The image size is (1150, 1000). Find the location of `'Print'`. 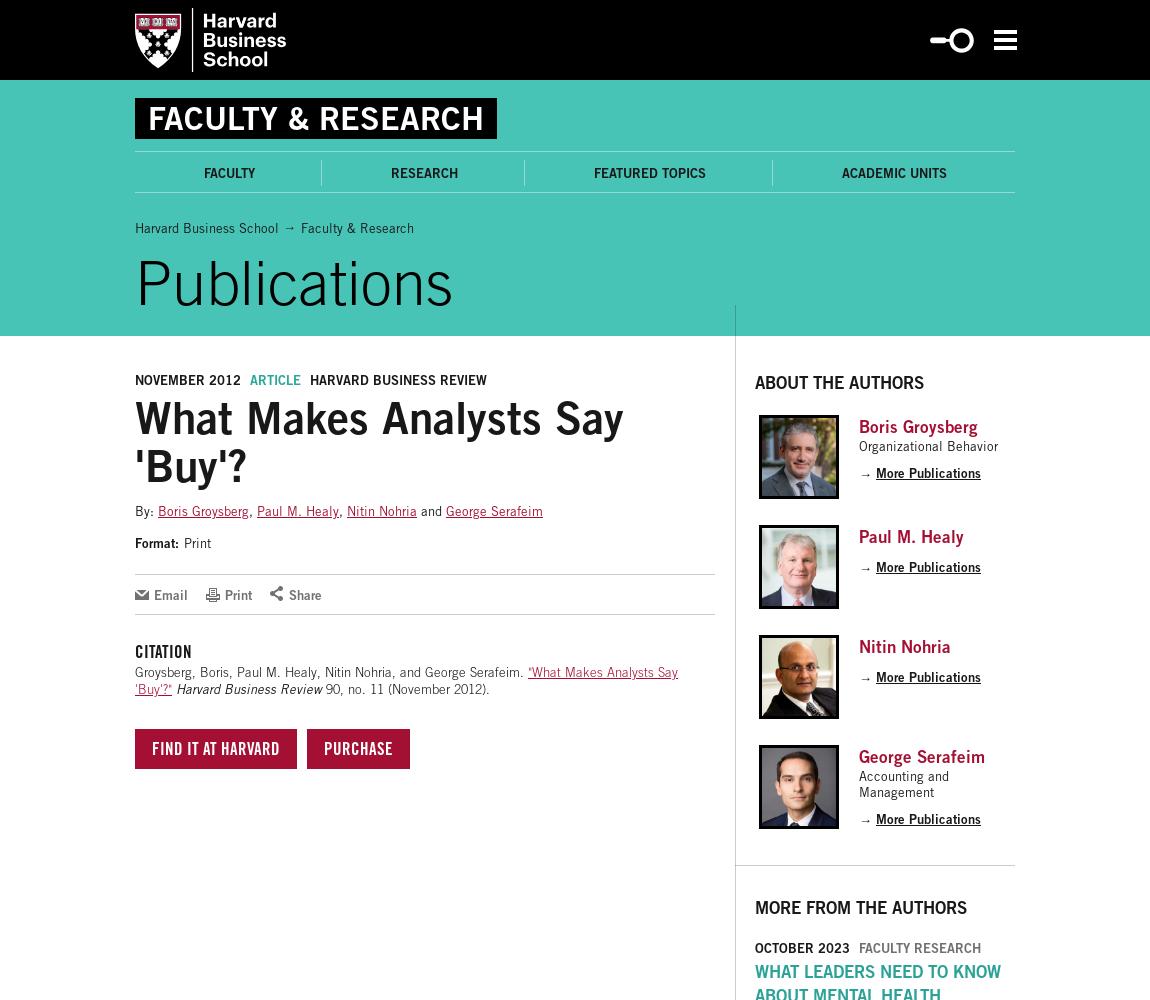

'Print' is located at coordinates (196, 543).